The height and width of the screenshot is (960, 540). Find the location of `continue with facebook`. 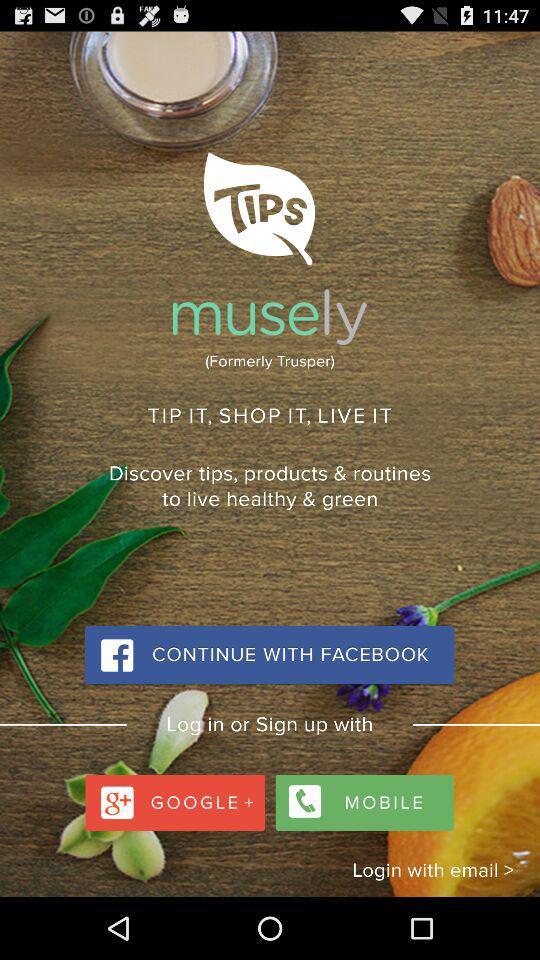

continue with facebook is located at coordinates (269, 654).